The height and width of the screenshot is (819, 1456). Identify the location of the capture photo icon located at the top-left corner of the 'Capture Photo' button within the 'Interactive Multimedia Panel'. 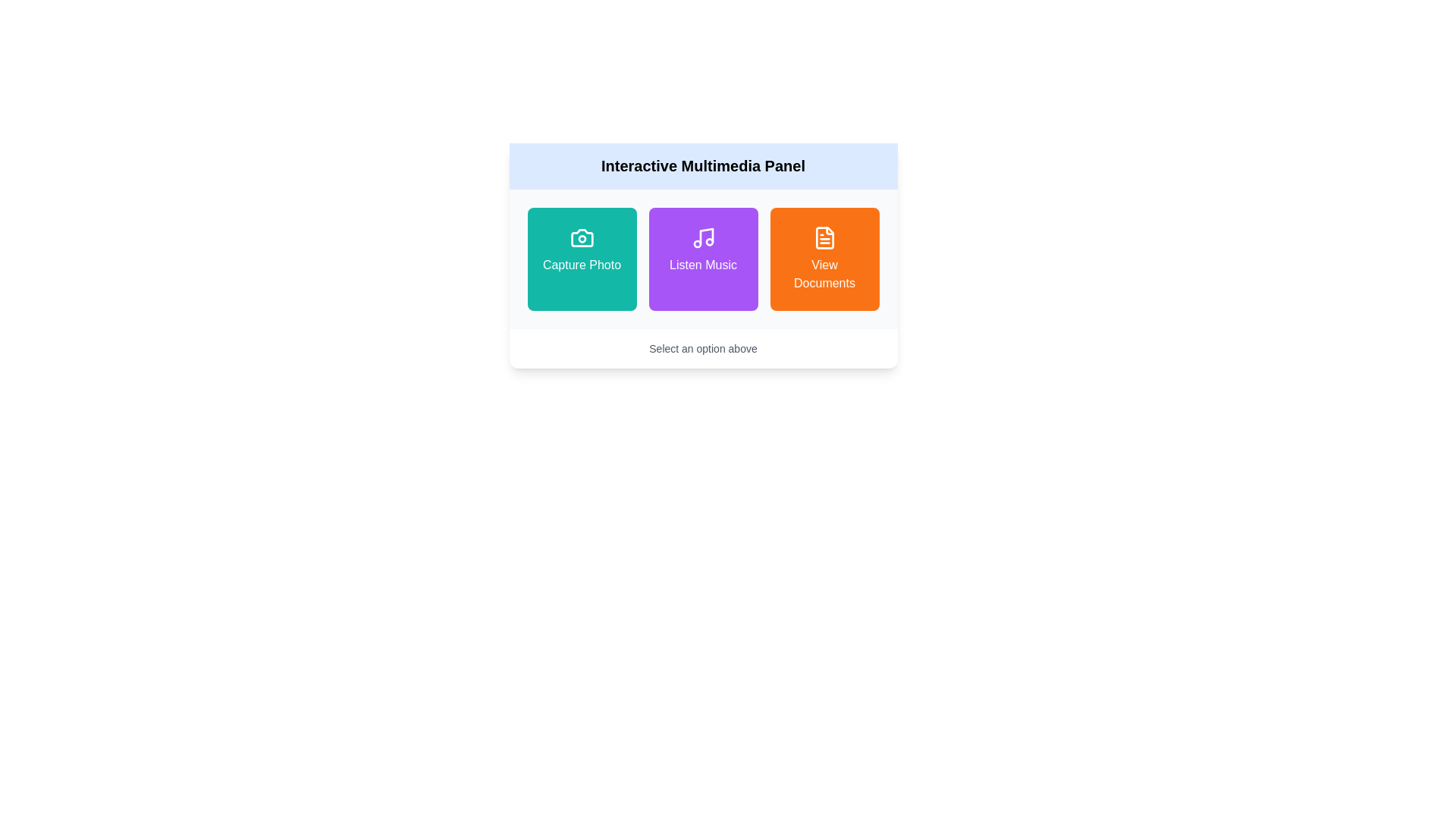
(581, 237).